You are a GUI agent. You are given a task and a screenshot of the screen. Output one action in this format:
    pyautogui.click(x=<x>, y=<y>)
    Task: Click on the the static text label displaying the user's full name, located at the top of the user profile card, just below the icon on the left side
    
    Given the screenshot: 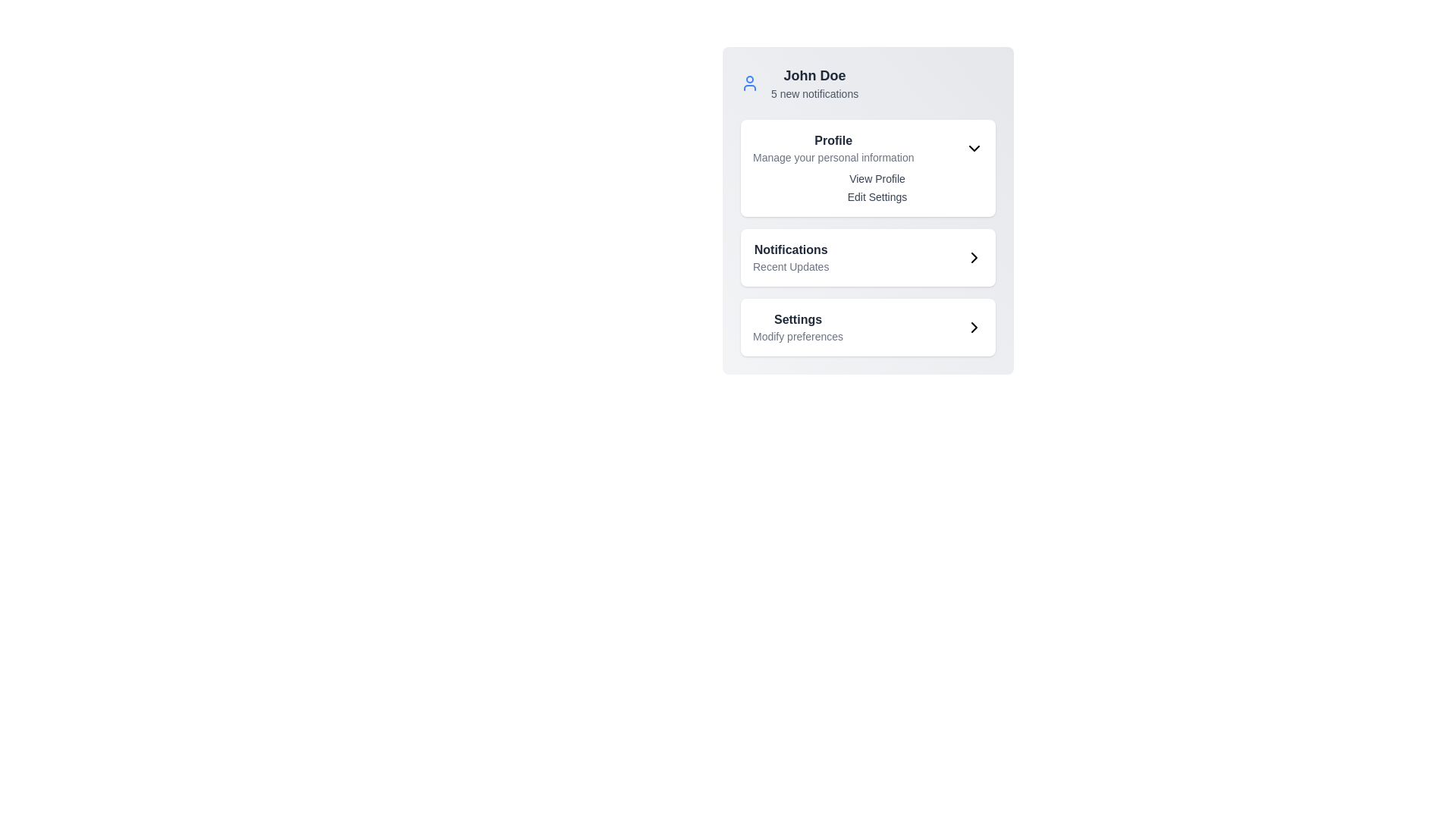 What is the action you would take?
    pyautogui.click(x=814, y=76)
    